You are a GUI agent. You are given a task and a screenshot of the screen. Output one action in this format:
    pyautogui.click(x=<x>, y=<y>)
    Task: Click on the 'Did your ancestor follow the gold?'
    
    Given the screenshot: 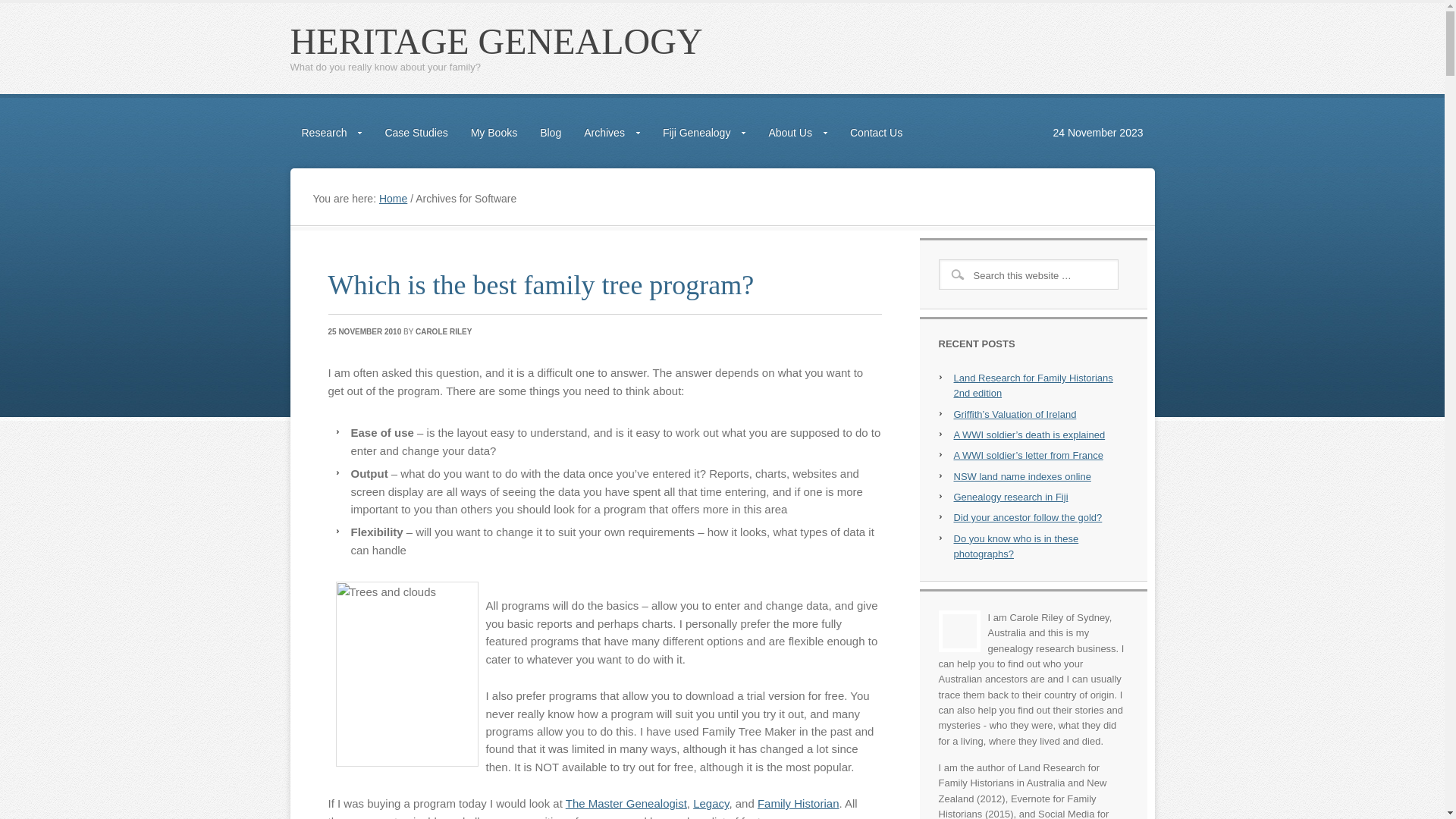 What is the action you would take?
    pyautogui.click(x=1028, y=516)
    